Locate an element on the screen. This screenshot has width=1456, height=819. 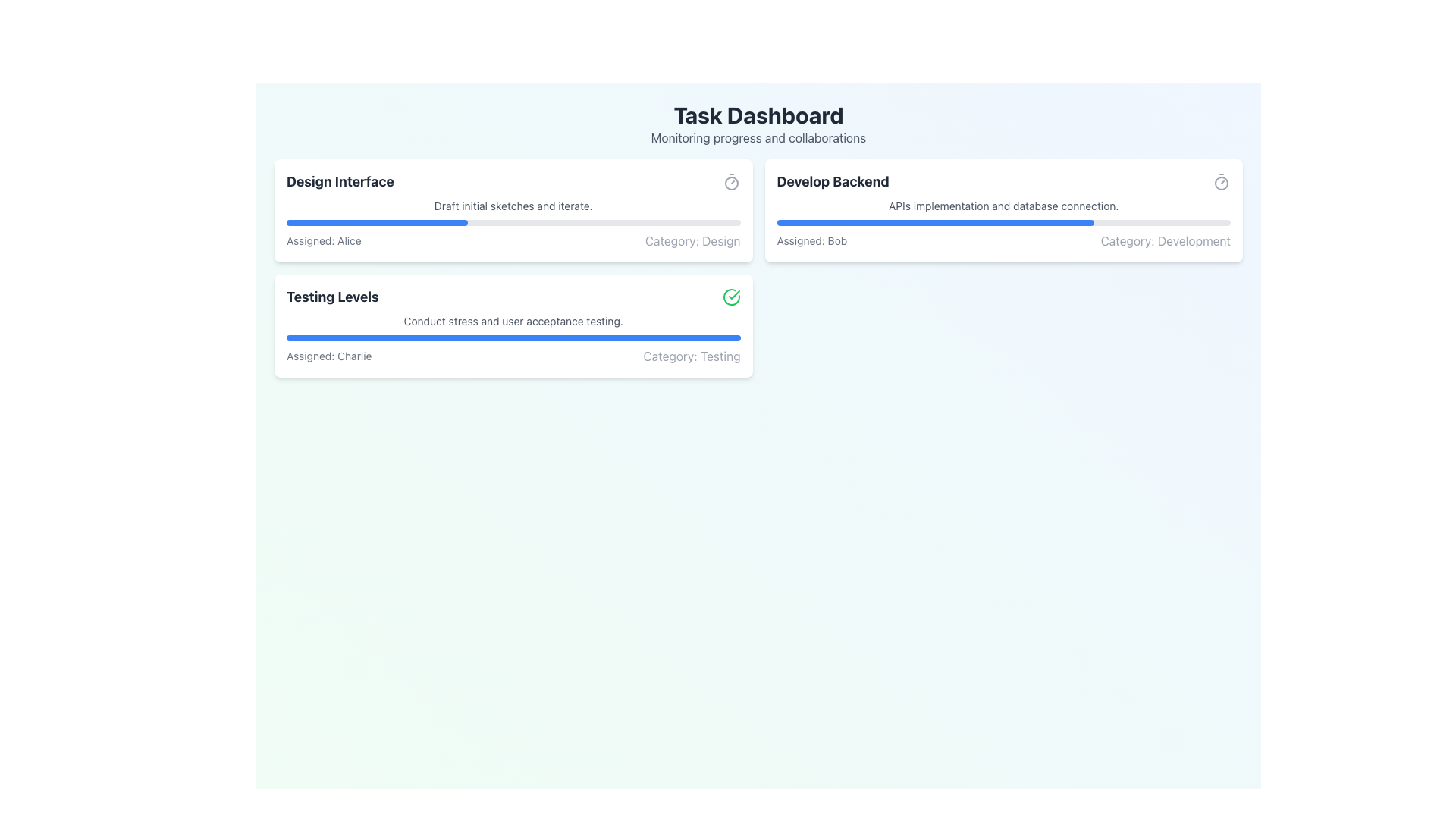
the task card UI component located at the top of the left column in the dashboard is located at coordinates (513, 210).